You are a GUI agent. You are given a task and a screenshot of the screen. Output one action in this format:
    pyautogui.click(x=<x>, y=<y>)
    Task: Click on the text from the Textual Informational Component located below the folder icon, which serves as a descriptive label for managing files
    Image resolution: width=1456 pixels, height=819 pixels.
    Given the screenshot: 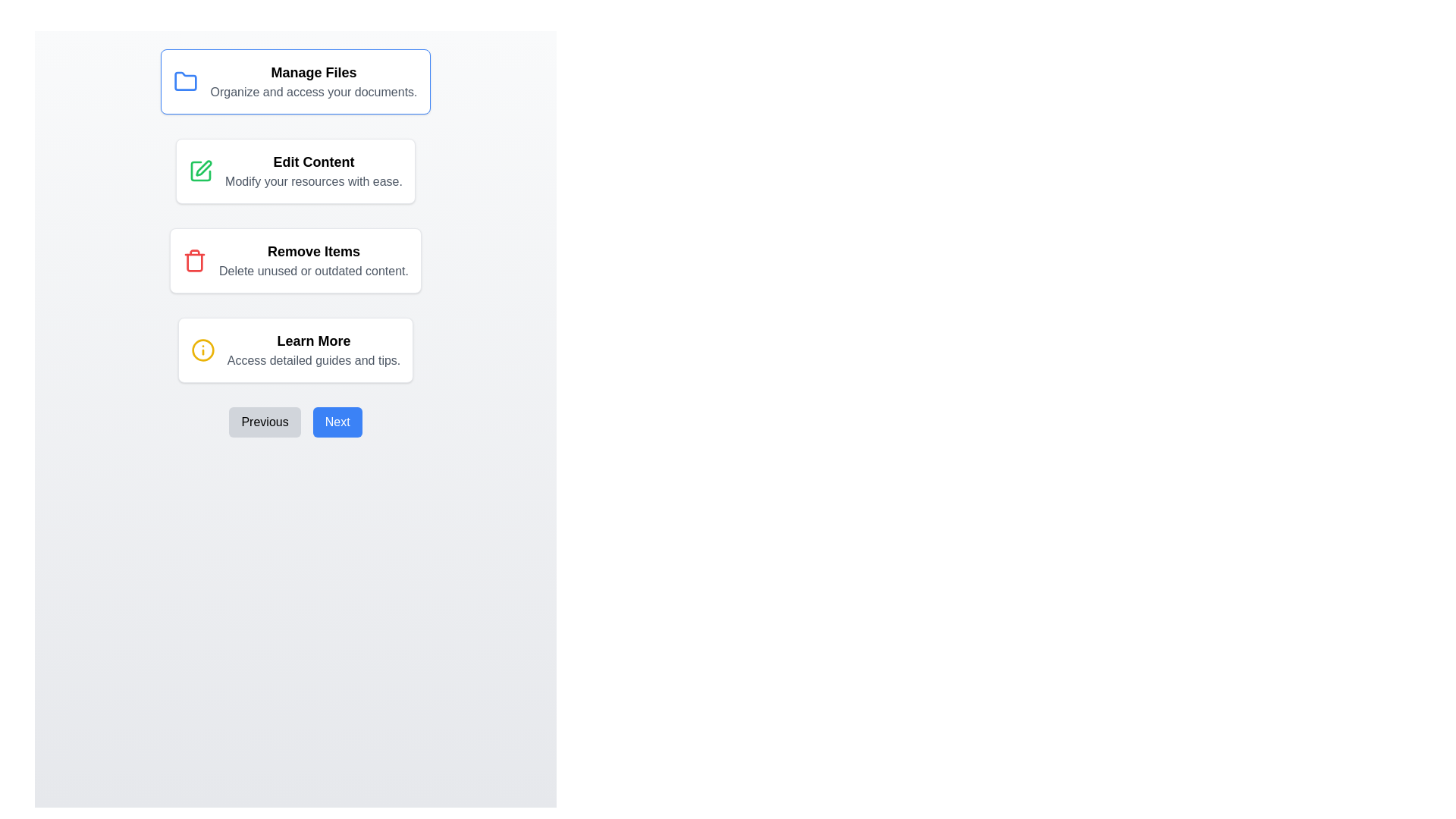 What is the action you would take?
    pyautogui.click(x=312, y=82)
    